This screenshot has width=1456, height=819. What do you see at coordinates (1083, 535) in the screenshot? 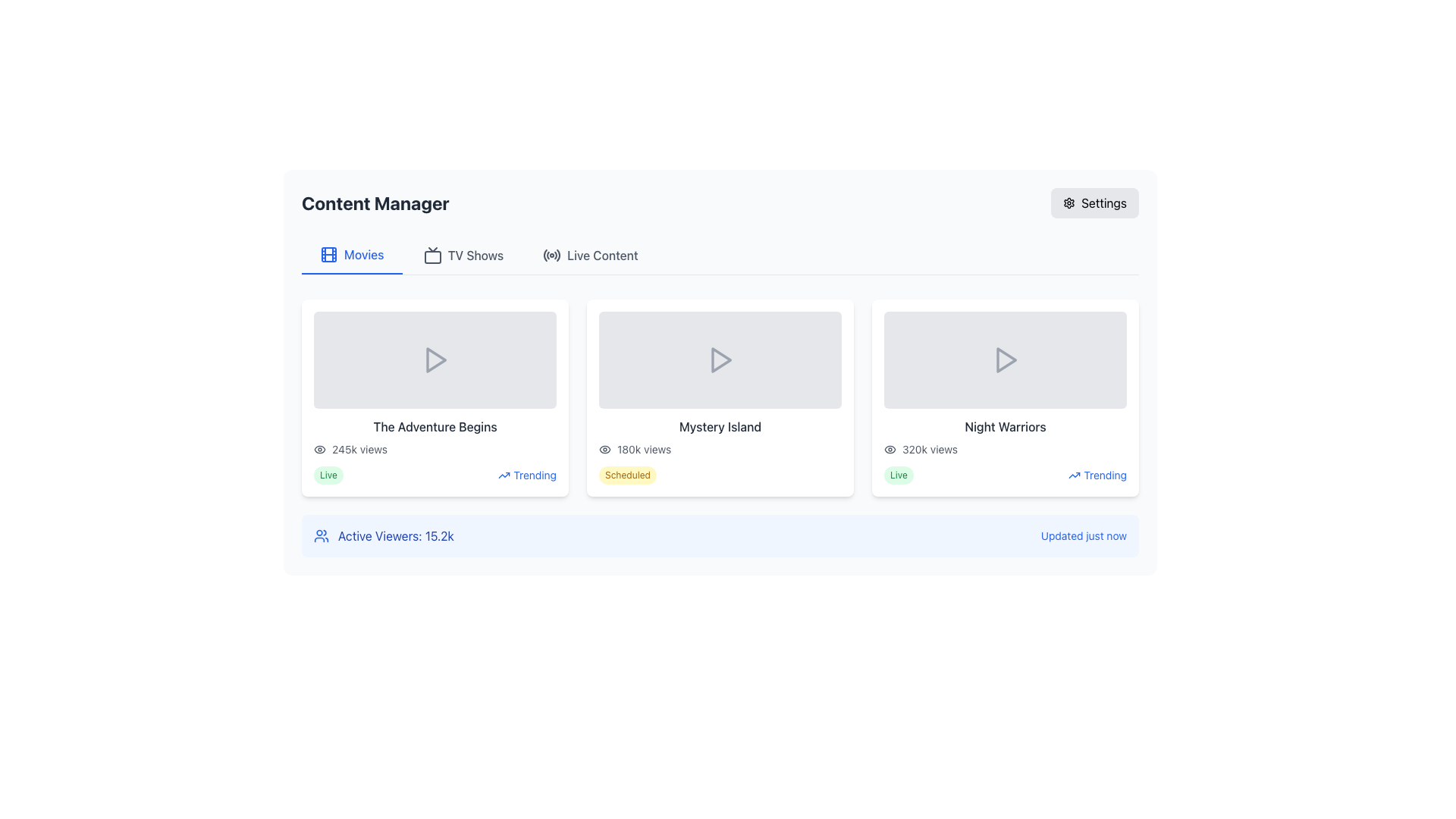
I see `text label that says 'Updated just now' located in the blue-highlighted notification area at the bottom-right corner of the content area` at bounding box center [1083, 535].